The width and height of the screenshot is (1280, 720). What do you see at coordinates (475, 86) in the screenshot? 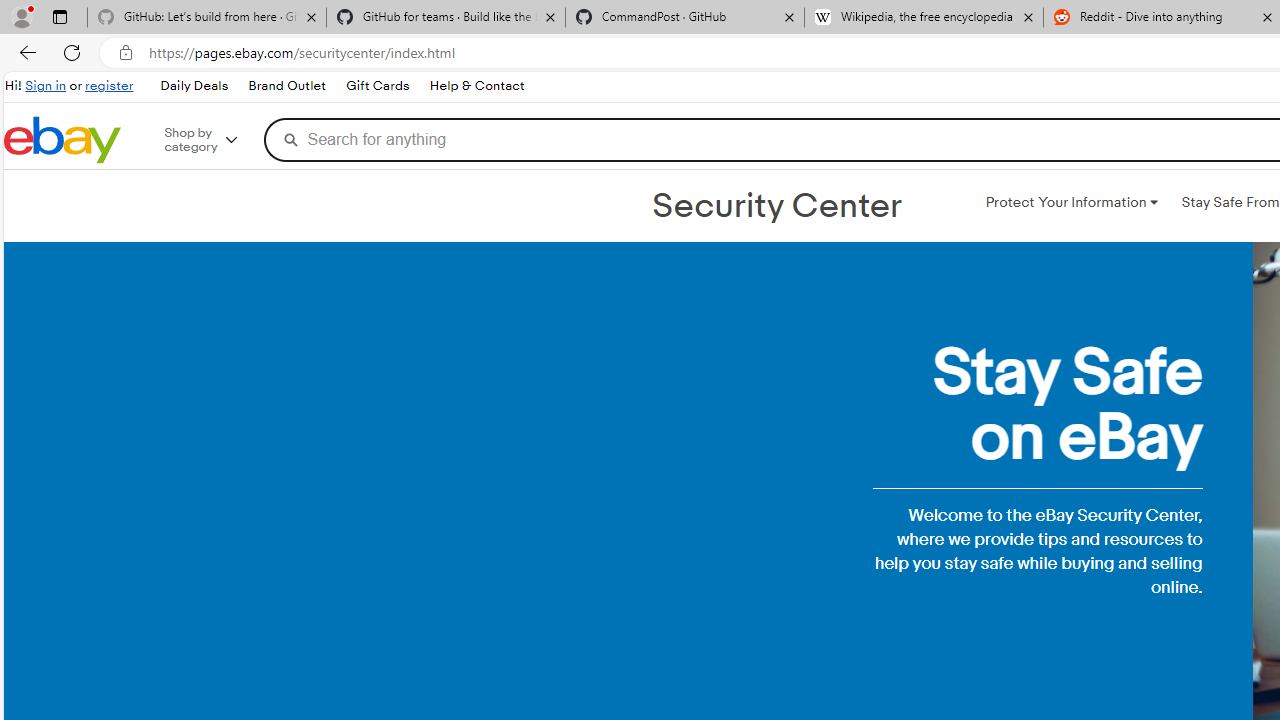
I see `'Help & Contact'` at bounding box center [475, 86].